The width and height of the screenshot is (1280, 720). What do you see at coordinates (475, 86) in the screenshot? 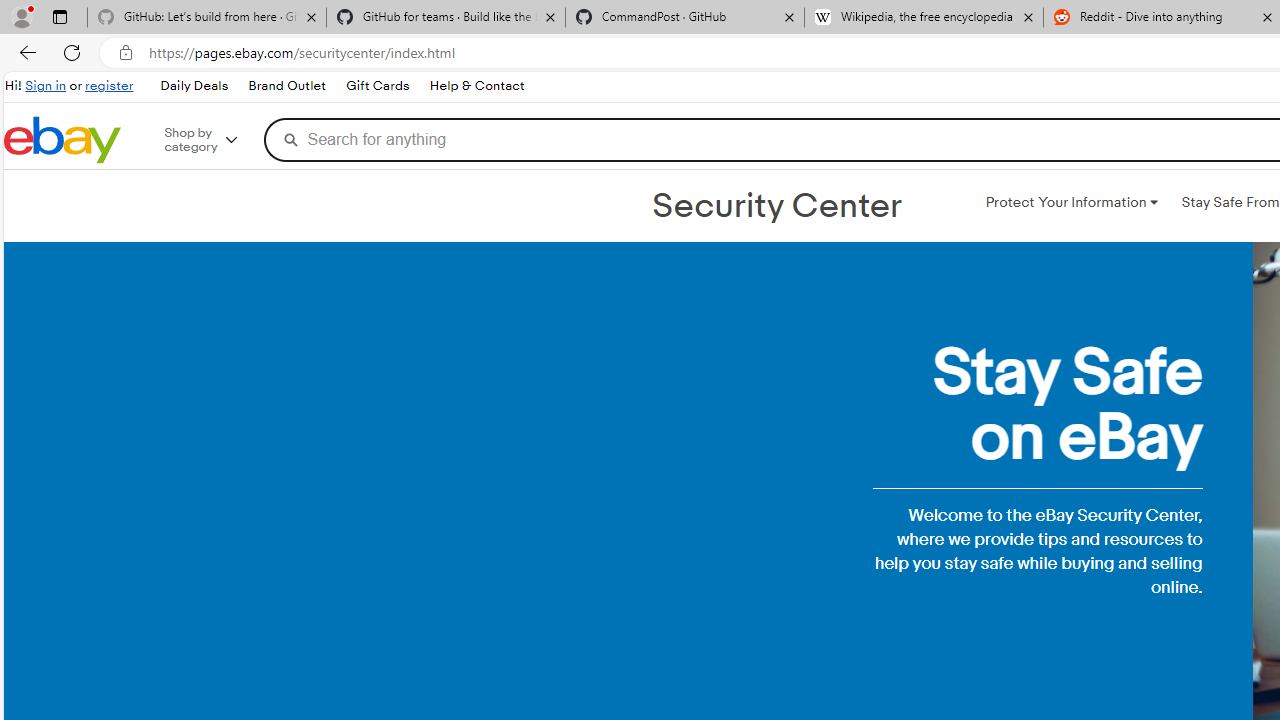
I see `'Help & Contact'` at bounding box center [475, 86].